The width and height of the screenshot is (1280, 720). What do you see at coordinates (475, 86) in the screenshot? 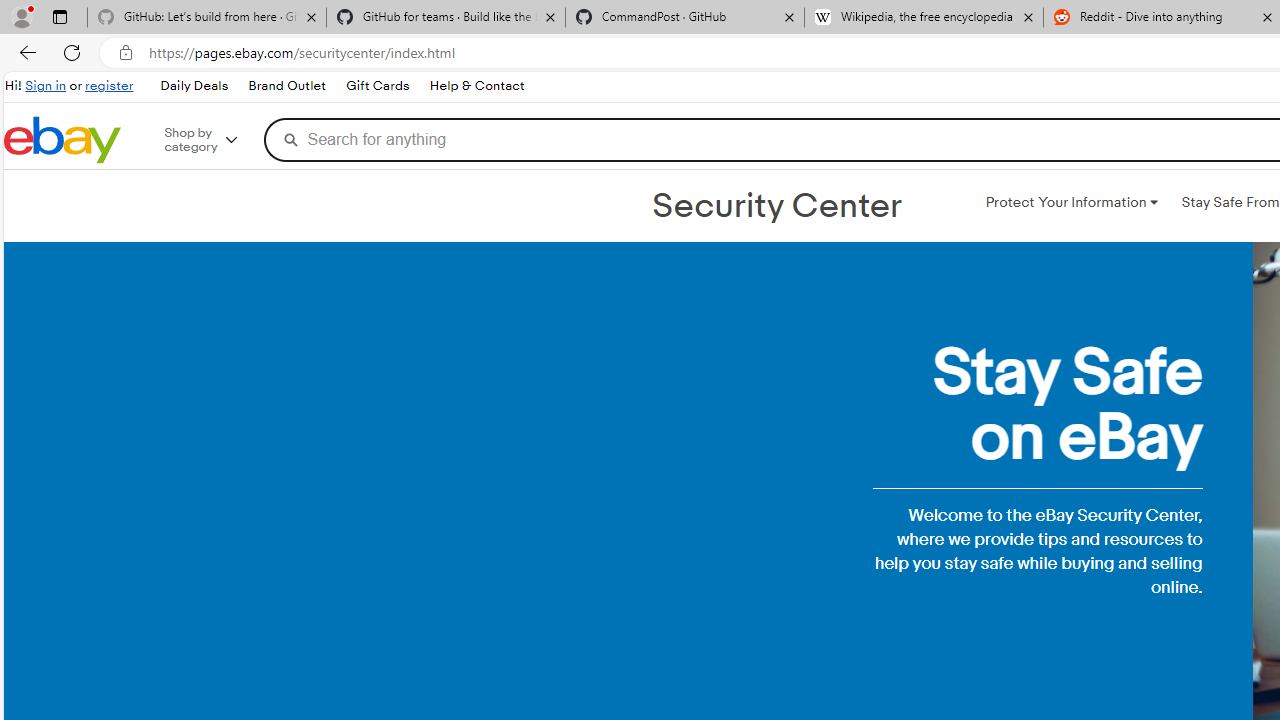
I see `'Help & Contact'` at bounding box center [475, 86].